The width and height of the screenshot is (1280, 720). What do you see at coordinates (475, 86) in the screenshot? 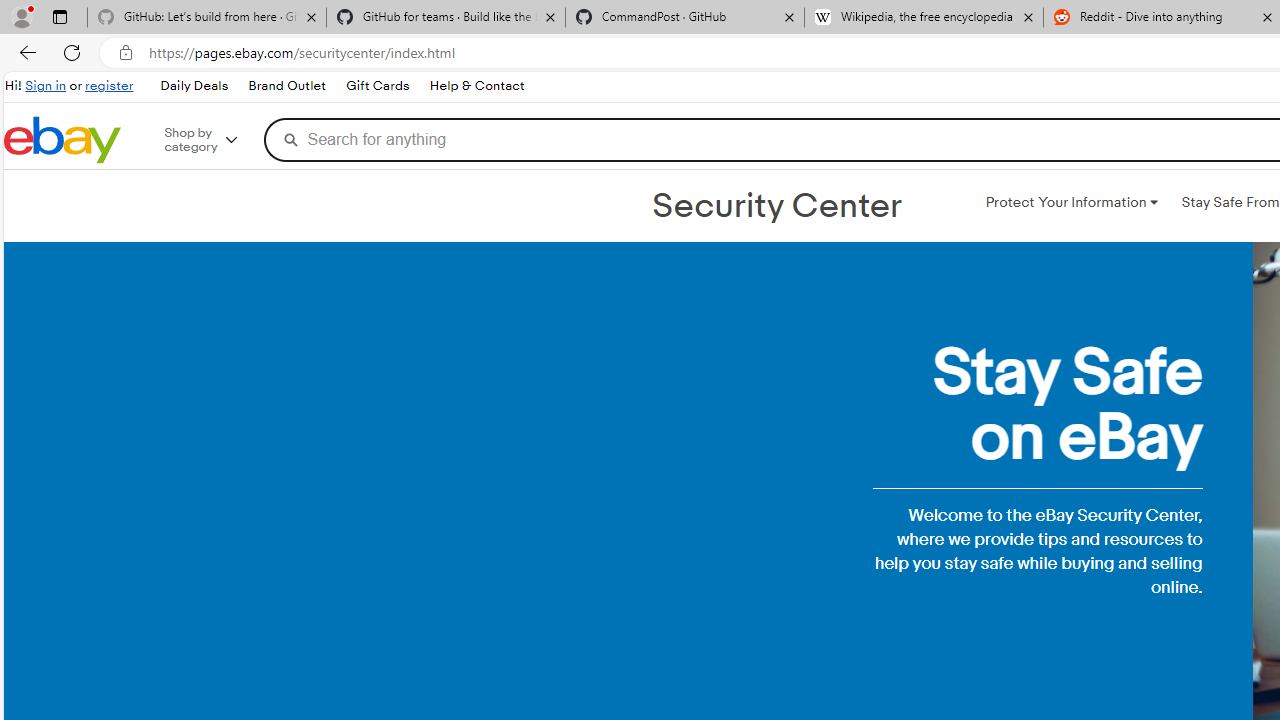
I see `'Help & Contact'` at bounding box center [475, 86].